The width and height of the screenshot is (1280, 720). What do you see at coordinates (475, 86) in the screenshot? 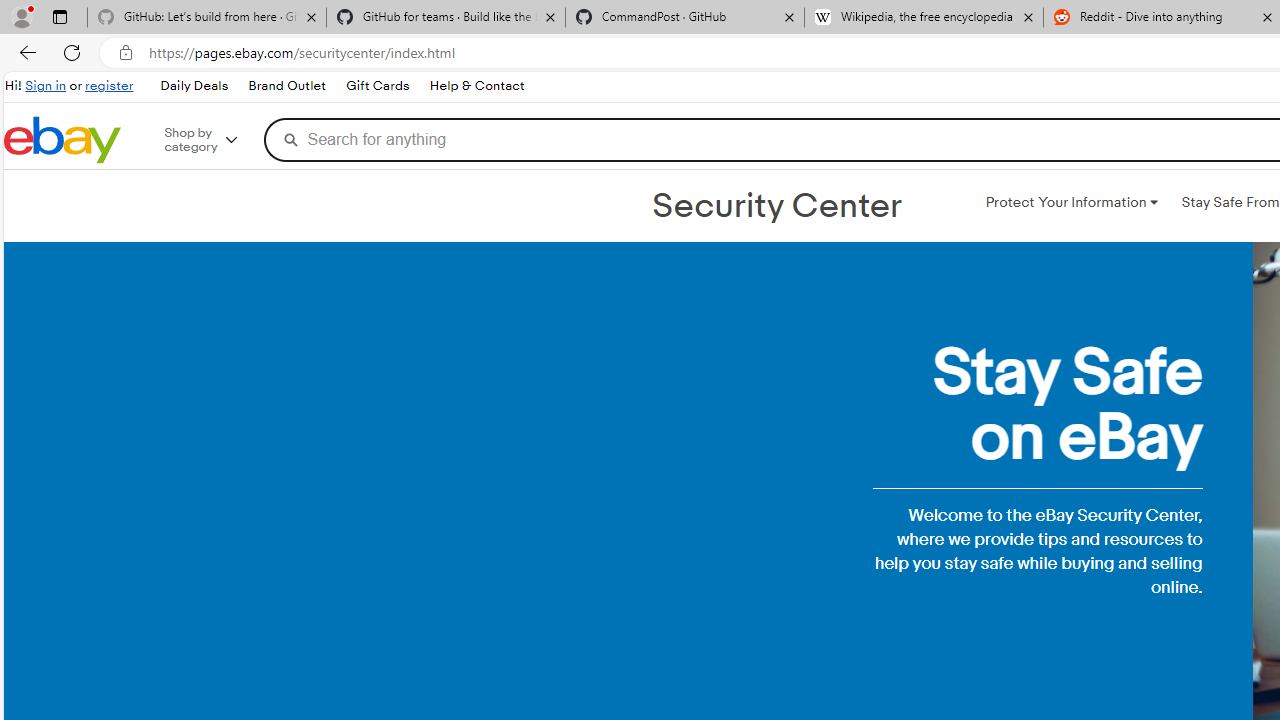
I see `'Help & Contact'` at bounding box center [475, 86].